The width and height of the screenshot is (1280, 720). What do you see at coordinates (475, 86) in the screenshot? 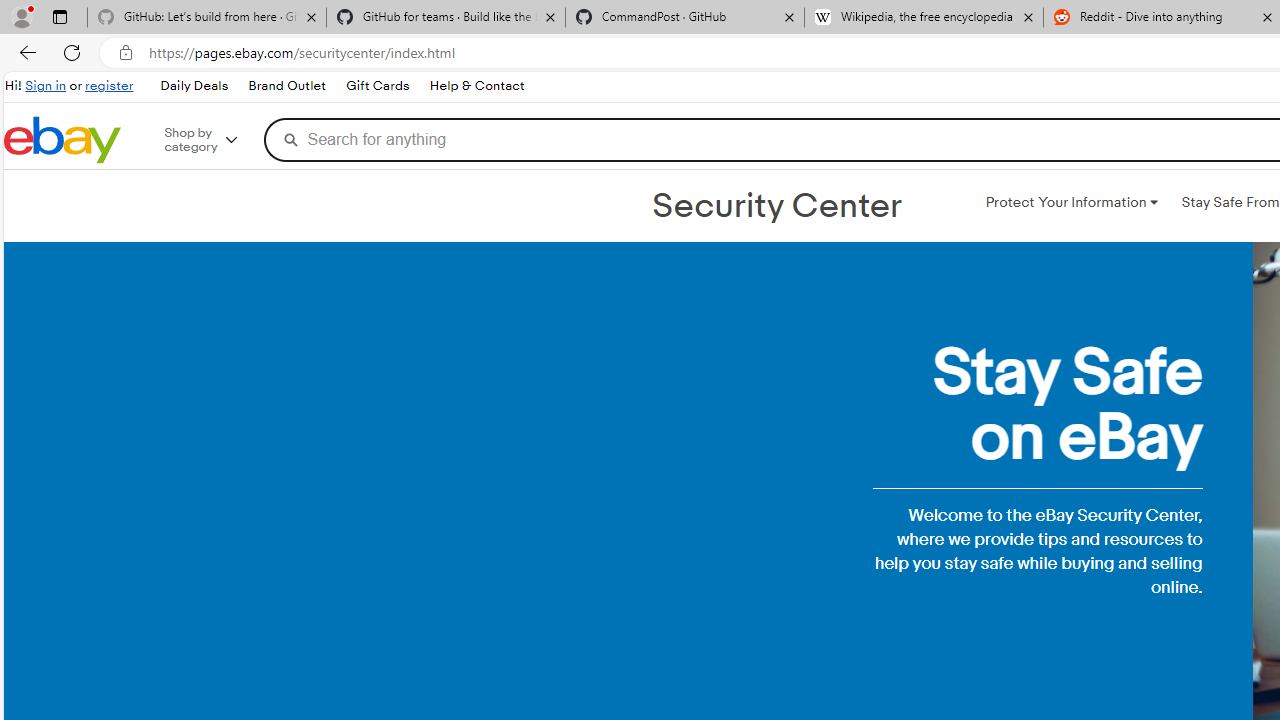
I see `'Help & Contact'` at bounding box center [475, 86].